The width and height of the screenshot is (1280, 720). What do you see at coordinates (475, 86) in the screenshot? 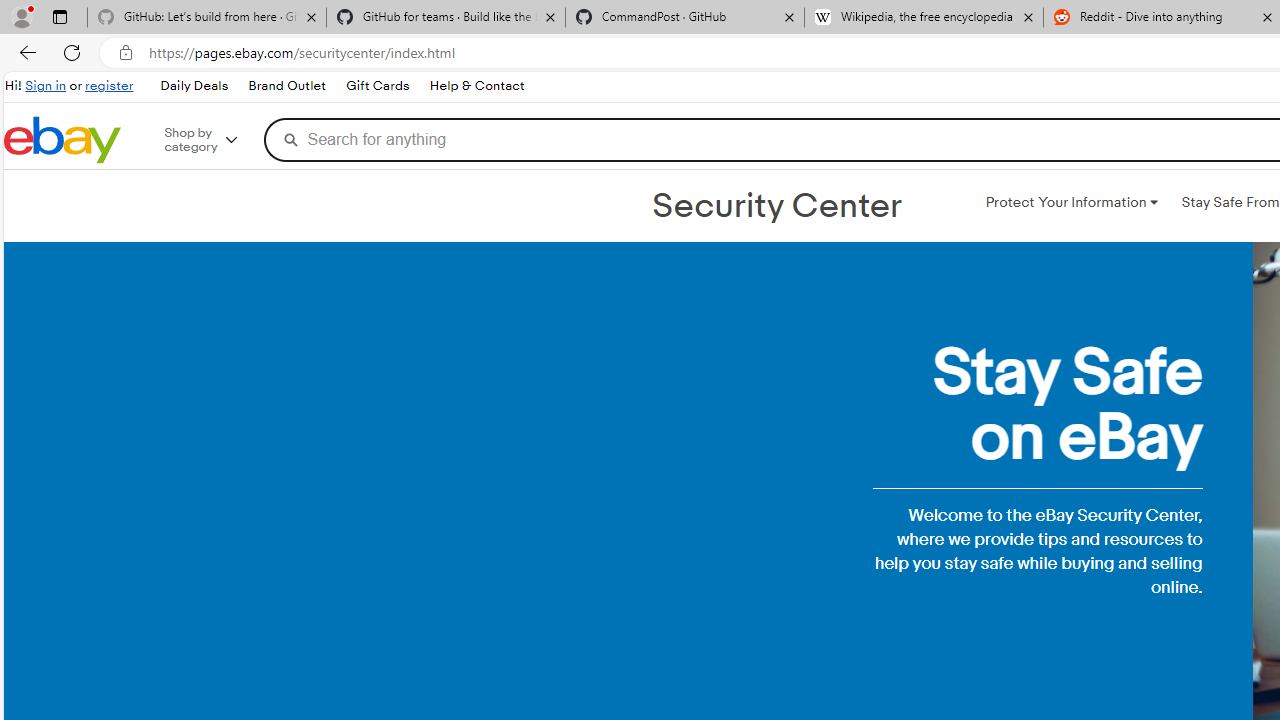
I see `'Help & Contact'` at bounding box center [475, 86].